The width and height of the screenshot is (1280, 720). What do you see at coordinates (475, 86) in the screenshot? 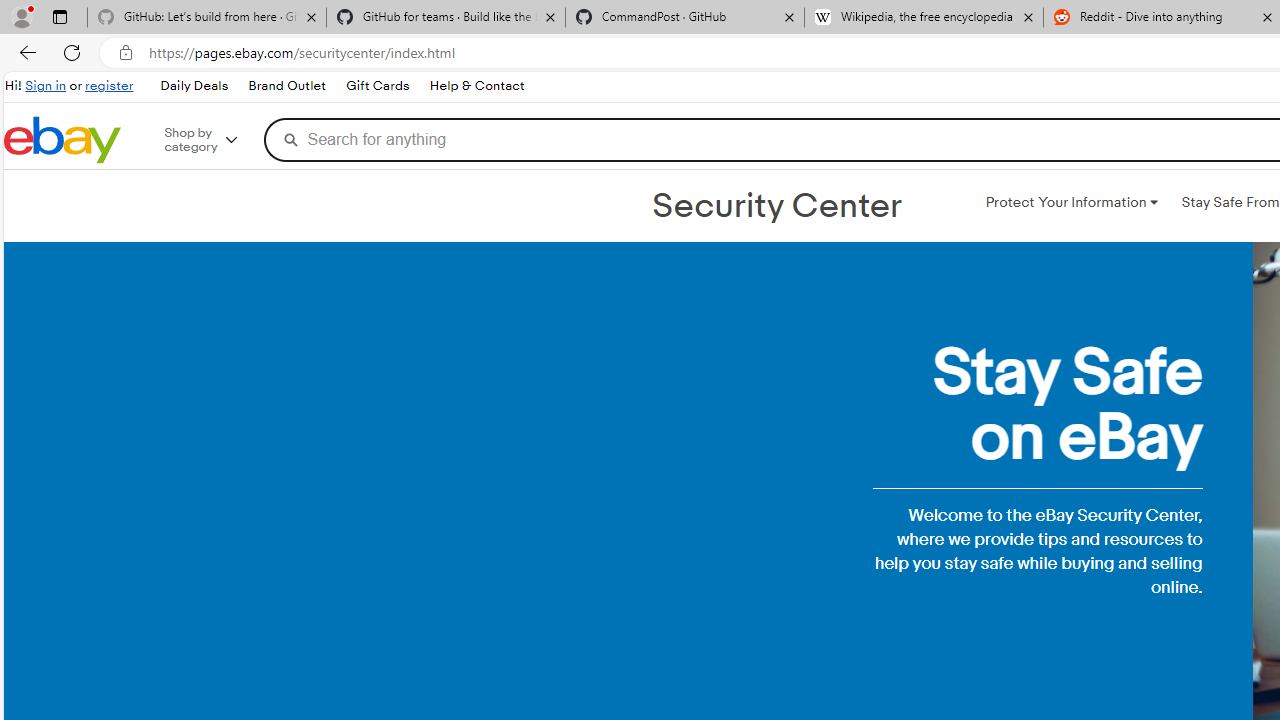
I see `'Help & Contact'` at bounding box center [475, 86].